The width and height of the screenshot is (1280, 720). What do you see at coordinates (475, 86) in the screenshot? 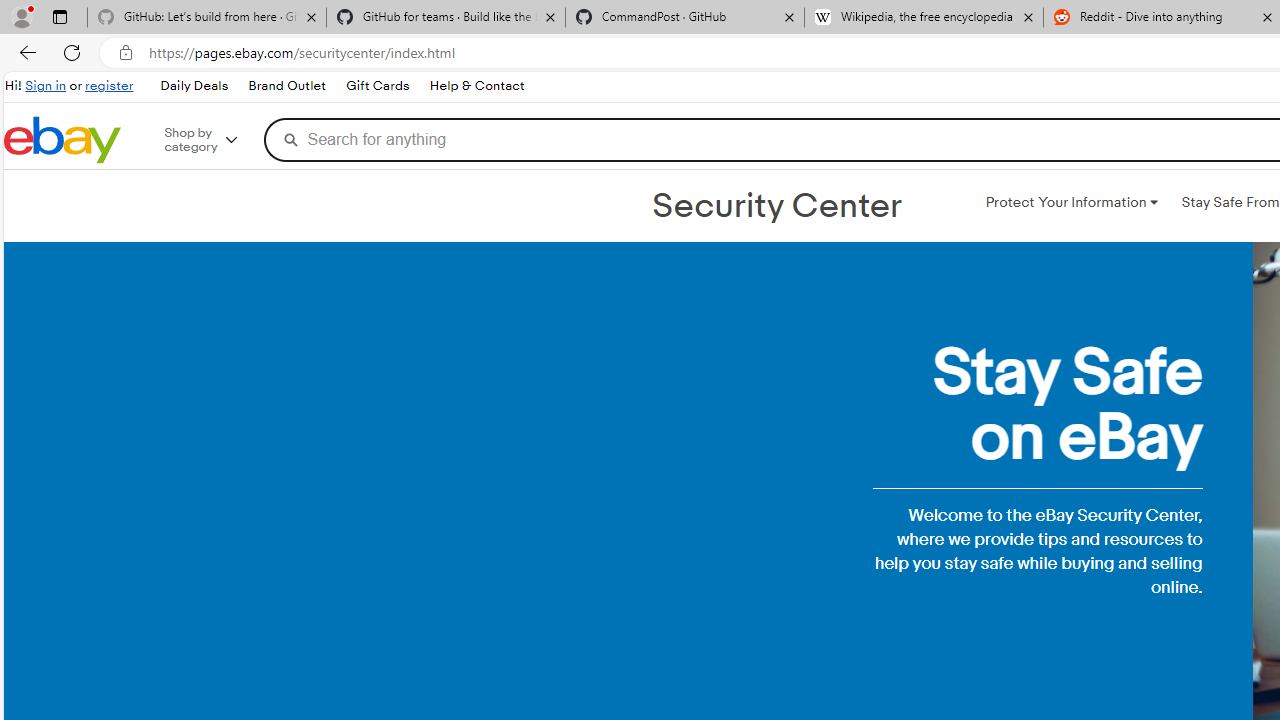
I see `'Help & Contact'` at bounding box center [475, 86].